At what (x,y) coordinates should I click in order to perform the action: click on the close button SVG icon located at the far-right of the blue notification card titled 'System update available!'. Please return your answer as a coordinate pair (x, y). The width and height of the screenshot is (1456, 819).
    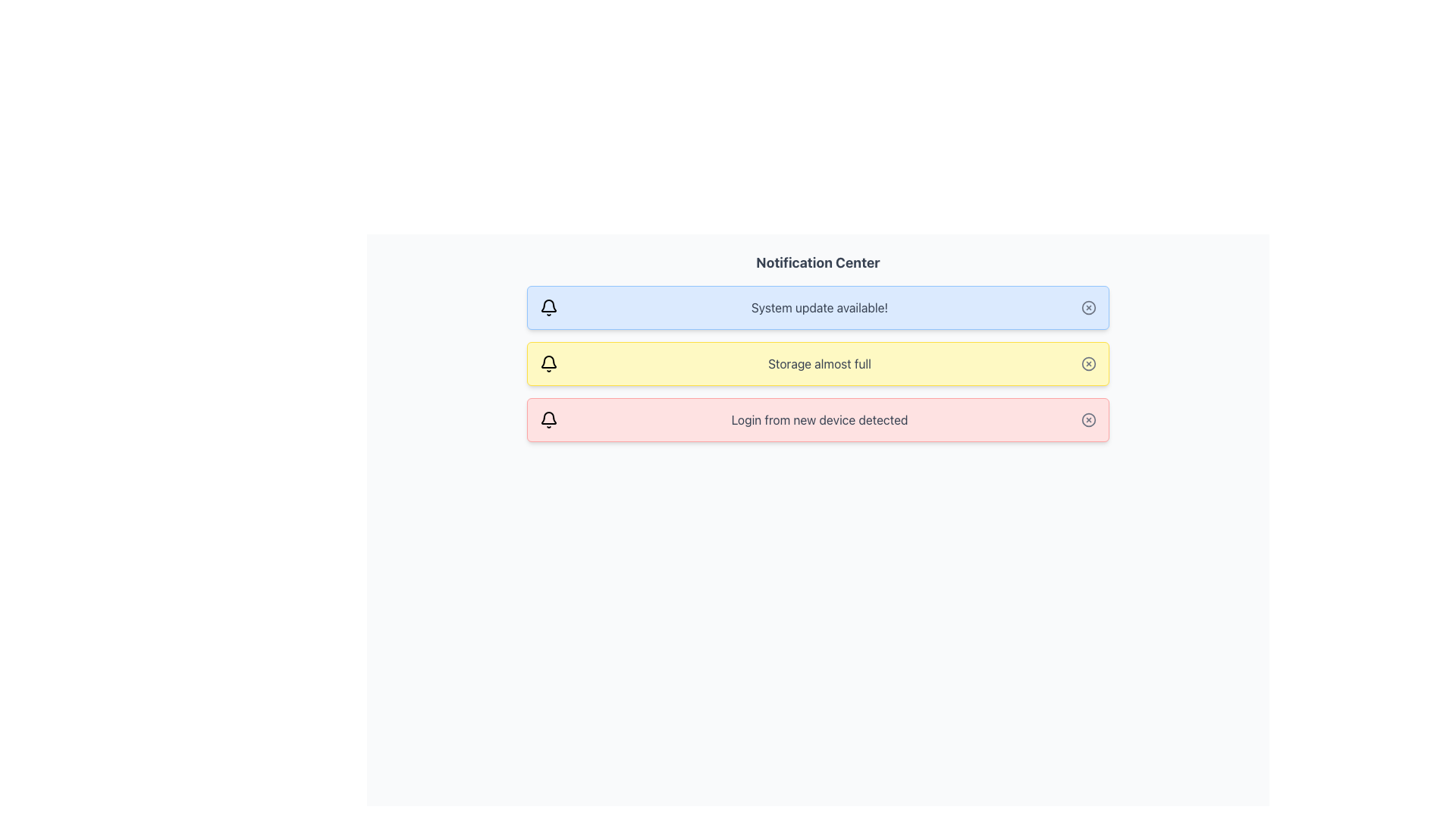
    Looking at the image, I should click on (1087, 307).